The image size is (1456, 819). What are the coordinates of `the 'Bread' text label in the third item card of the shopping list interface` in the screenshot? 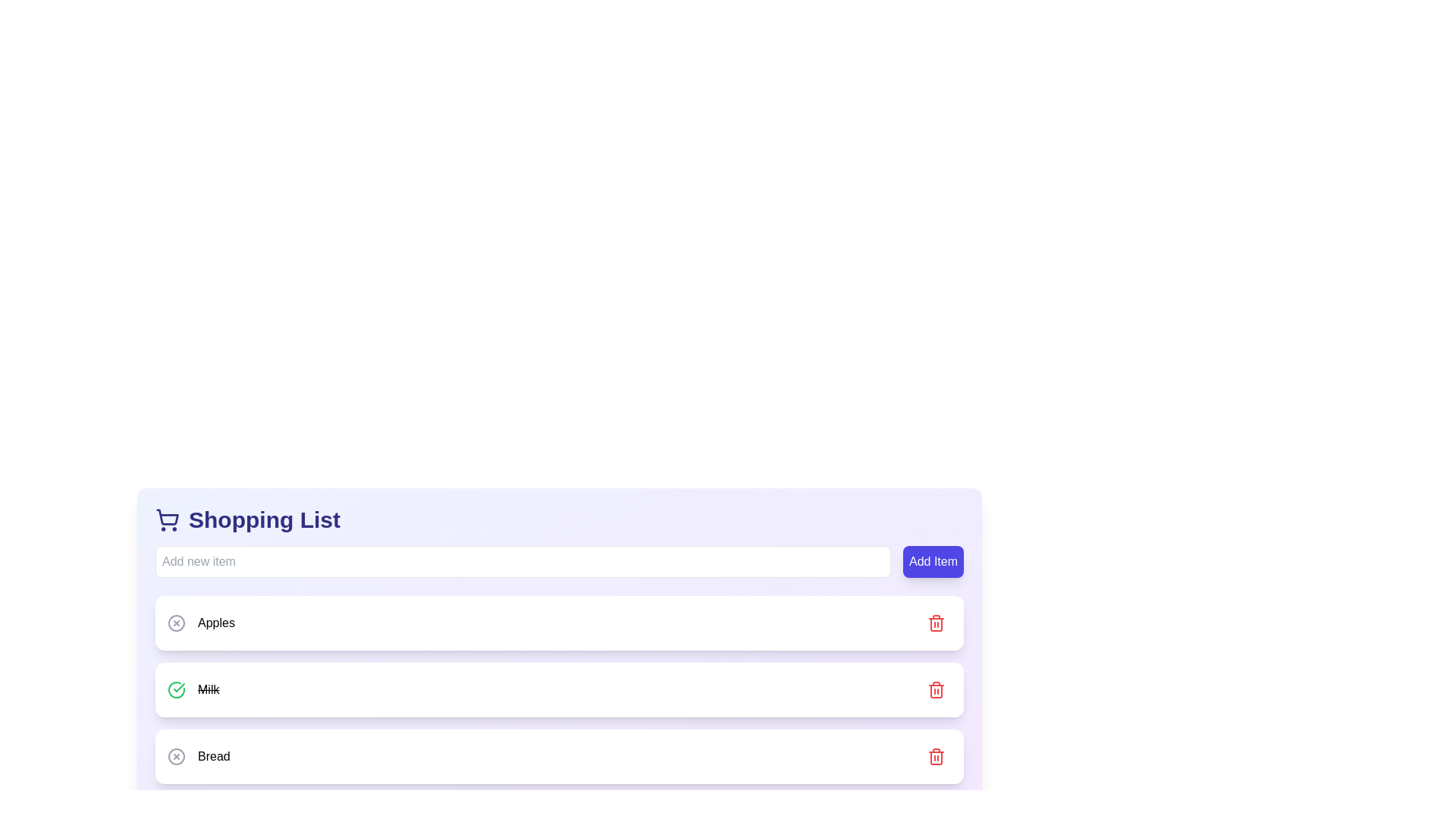 It's located at (198, 757).